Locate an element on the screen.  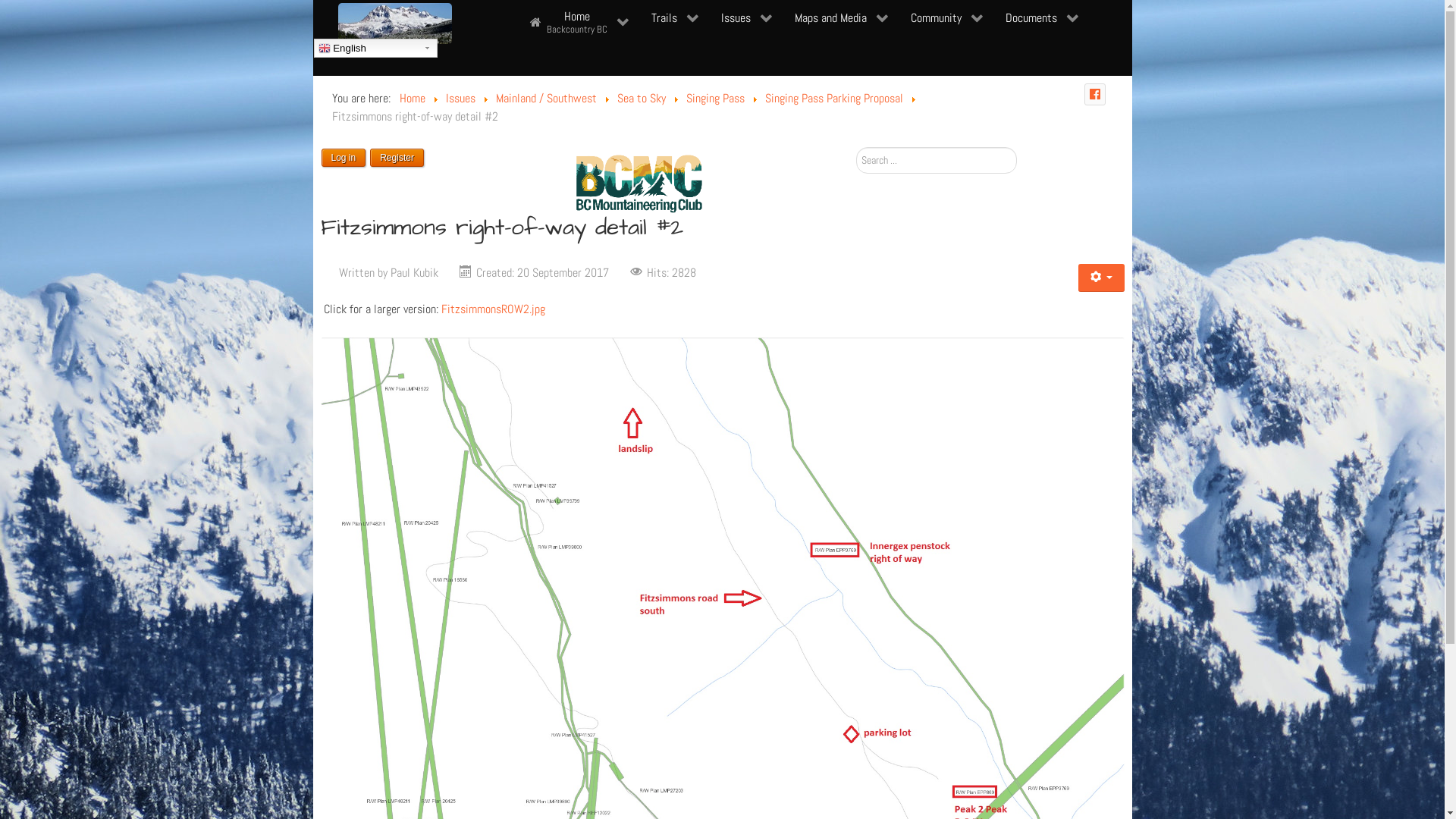
'English' is located at coordinates (375, 47).